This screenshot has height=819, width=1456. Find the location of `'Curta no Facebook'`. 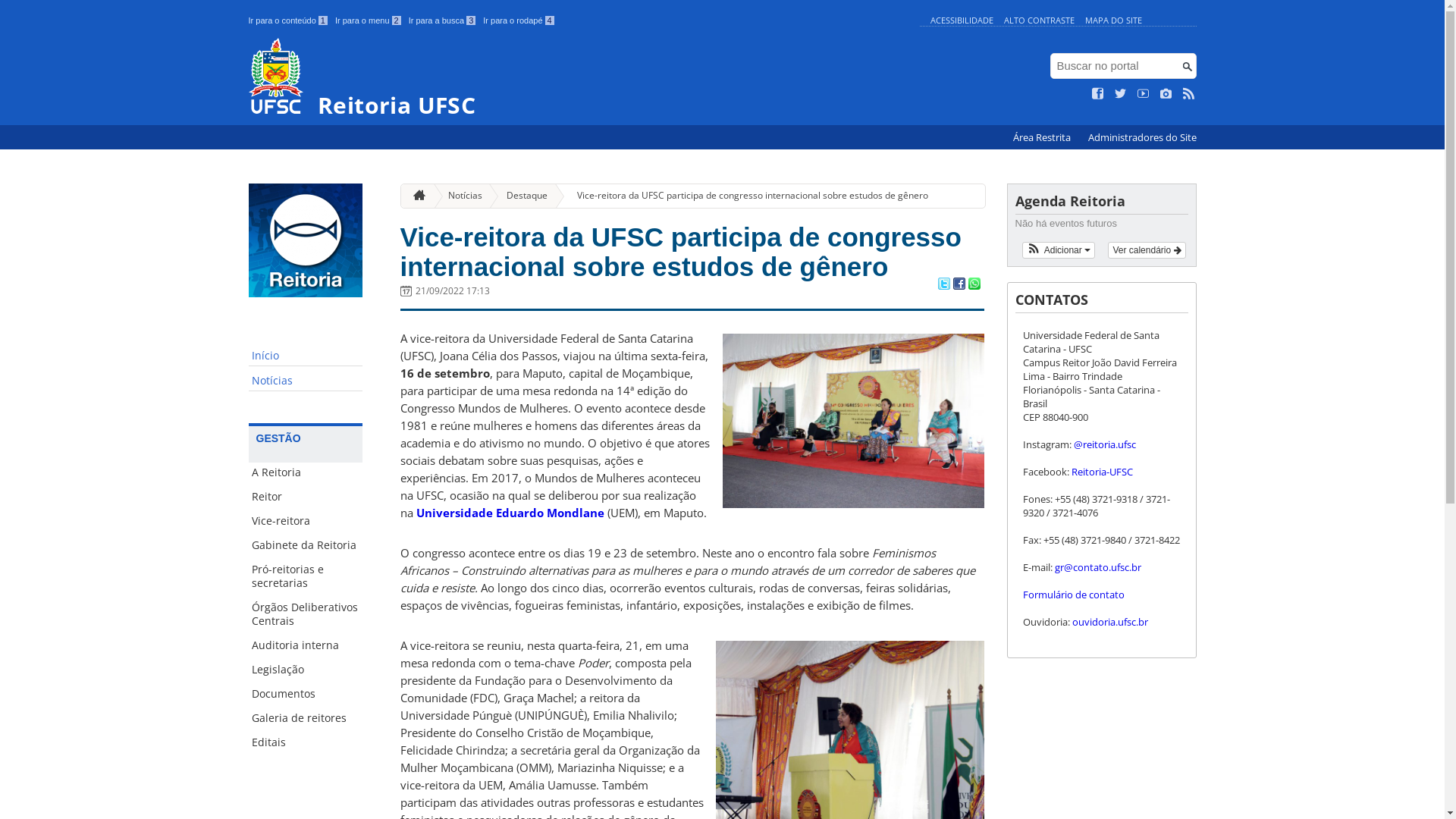

'Curta no Facebook' is located at coordinates (1098, 93).